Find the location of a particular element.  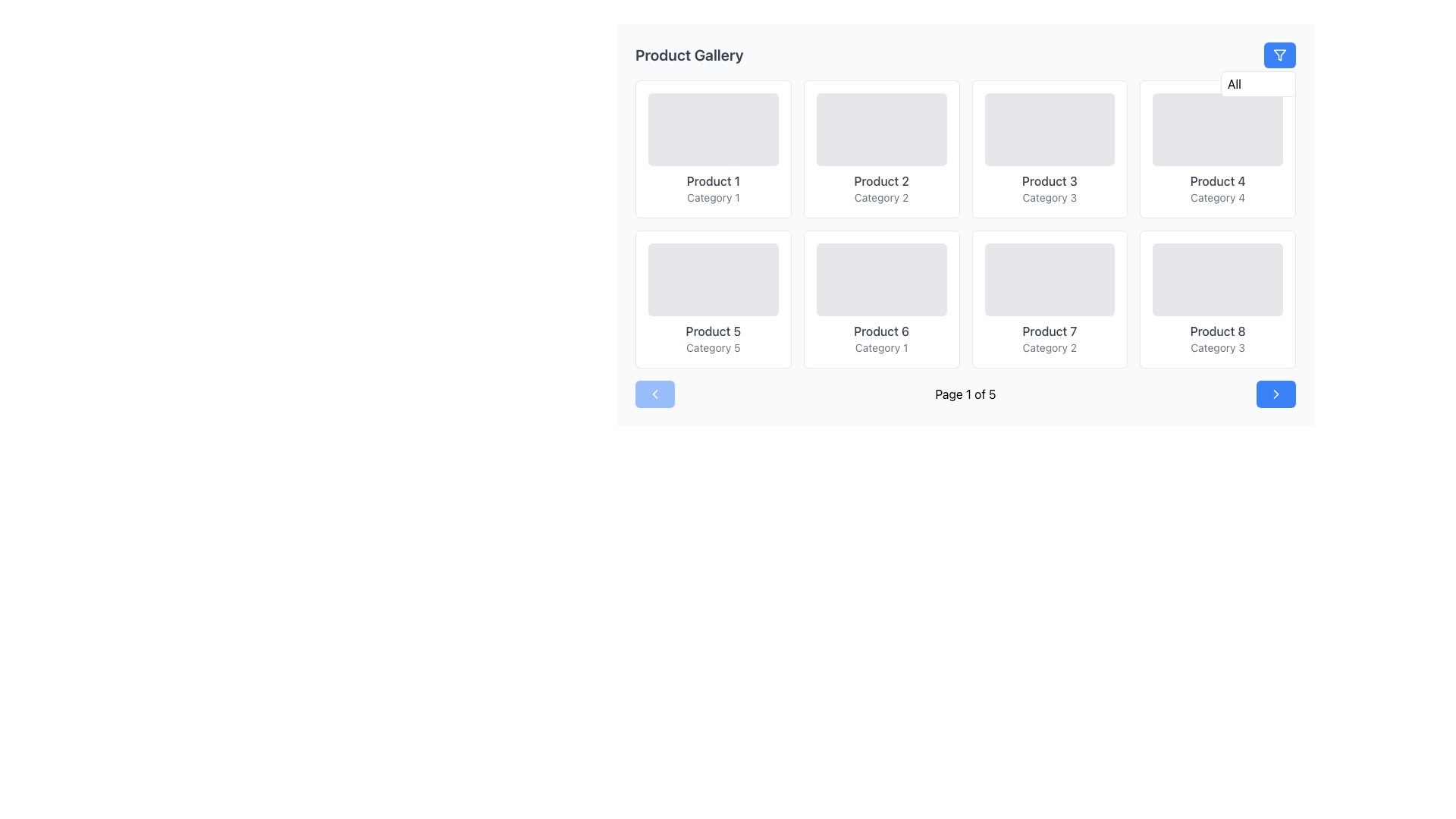

or read the text from the 'Product 3' label located in the third card of the first row in the grid layout is located at coordinates (1049, 180).